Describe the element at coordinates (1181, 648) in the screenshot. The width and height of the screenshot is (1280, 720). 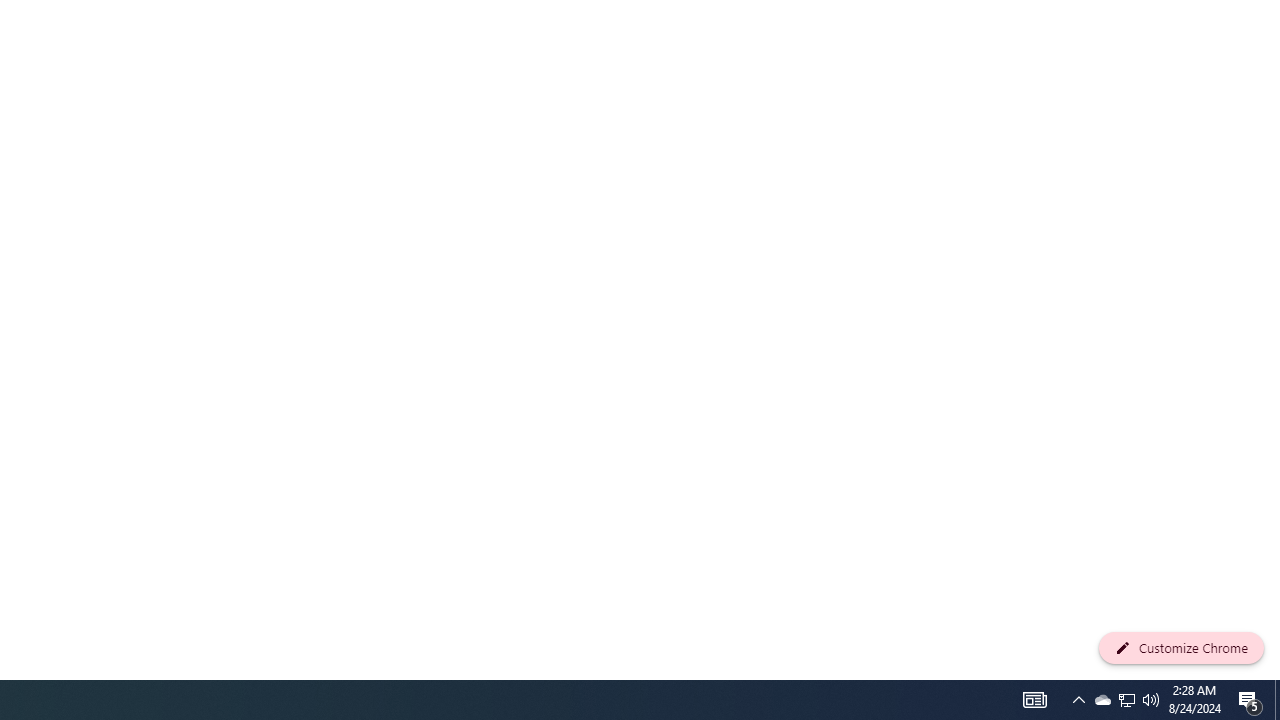
I see `'Customize Chrome'` at that location.